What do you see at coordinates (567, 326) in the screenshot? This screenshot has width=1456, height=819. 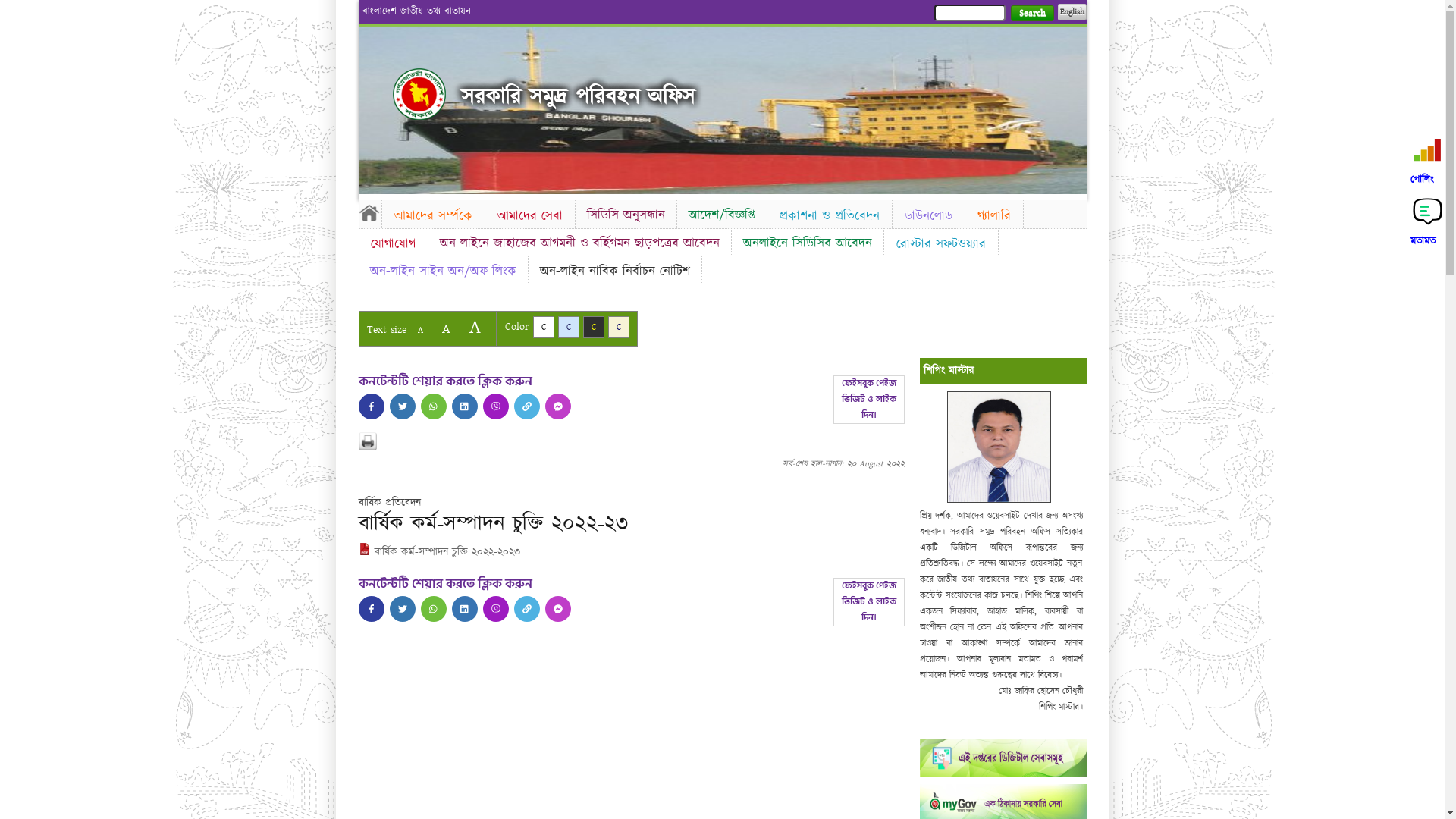 I see `'C'` at bounding box center [567, 326].